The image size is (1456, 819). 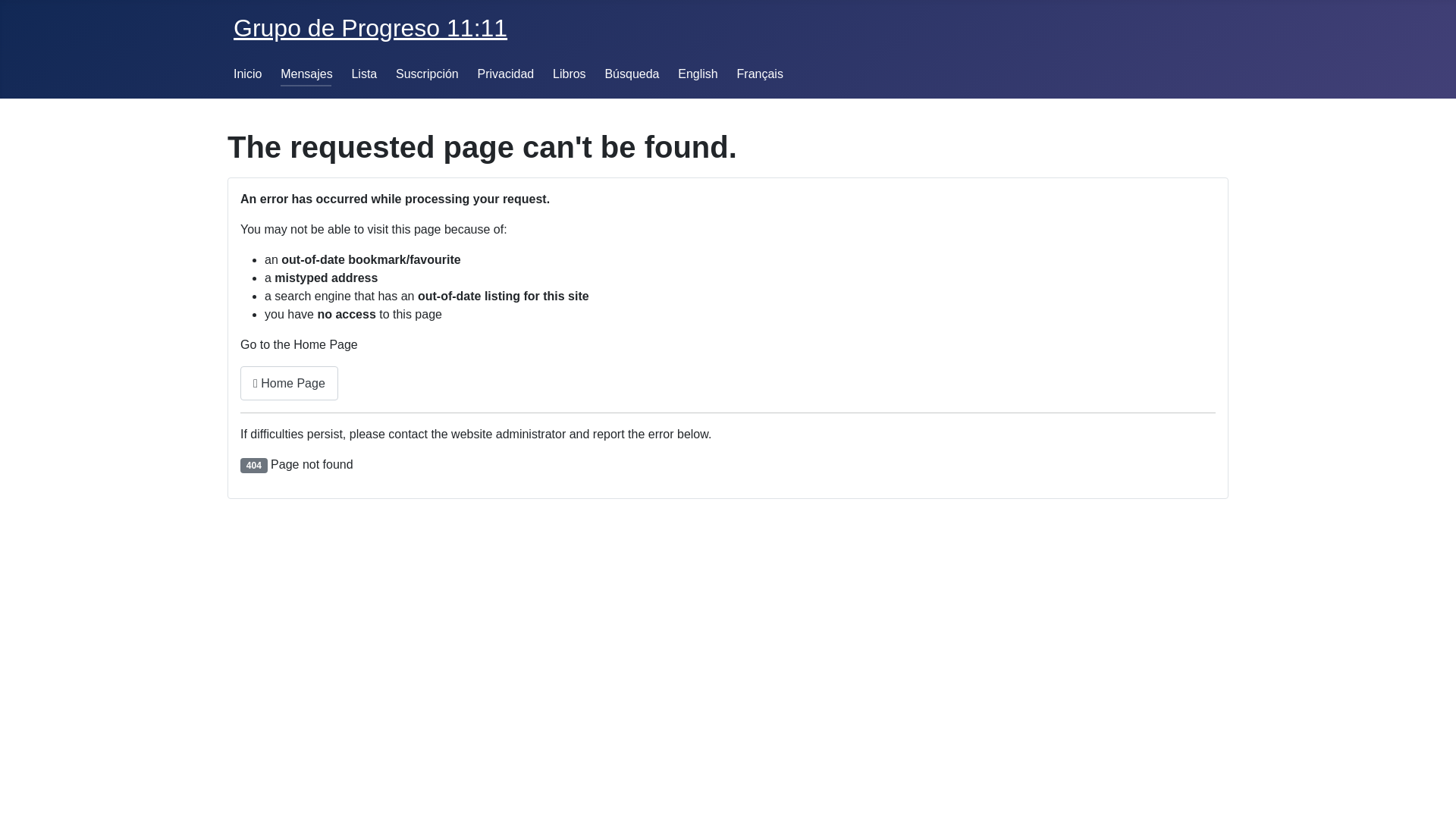 What do you see at coordinates (305, 74) in the screenshot?
I see `'Mensajes'` at bounding box center [305, 74].